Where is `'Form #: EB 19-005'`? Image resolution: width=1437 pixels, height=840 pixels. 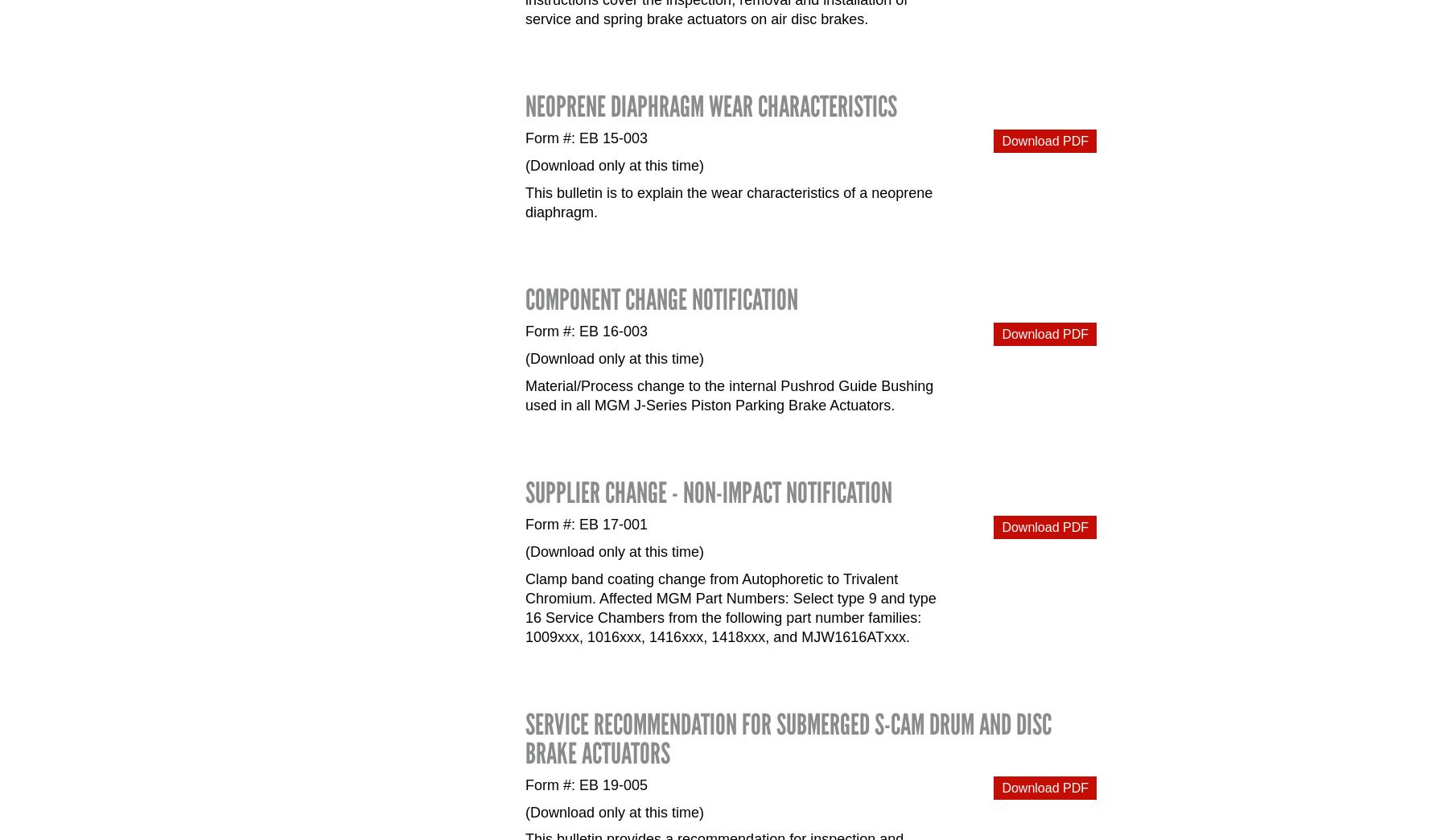 'Form #: EB 19-005' is located at coordinates (587, 783).